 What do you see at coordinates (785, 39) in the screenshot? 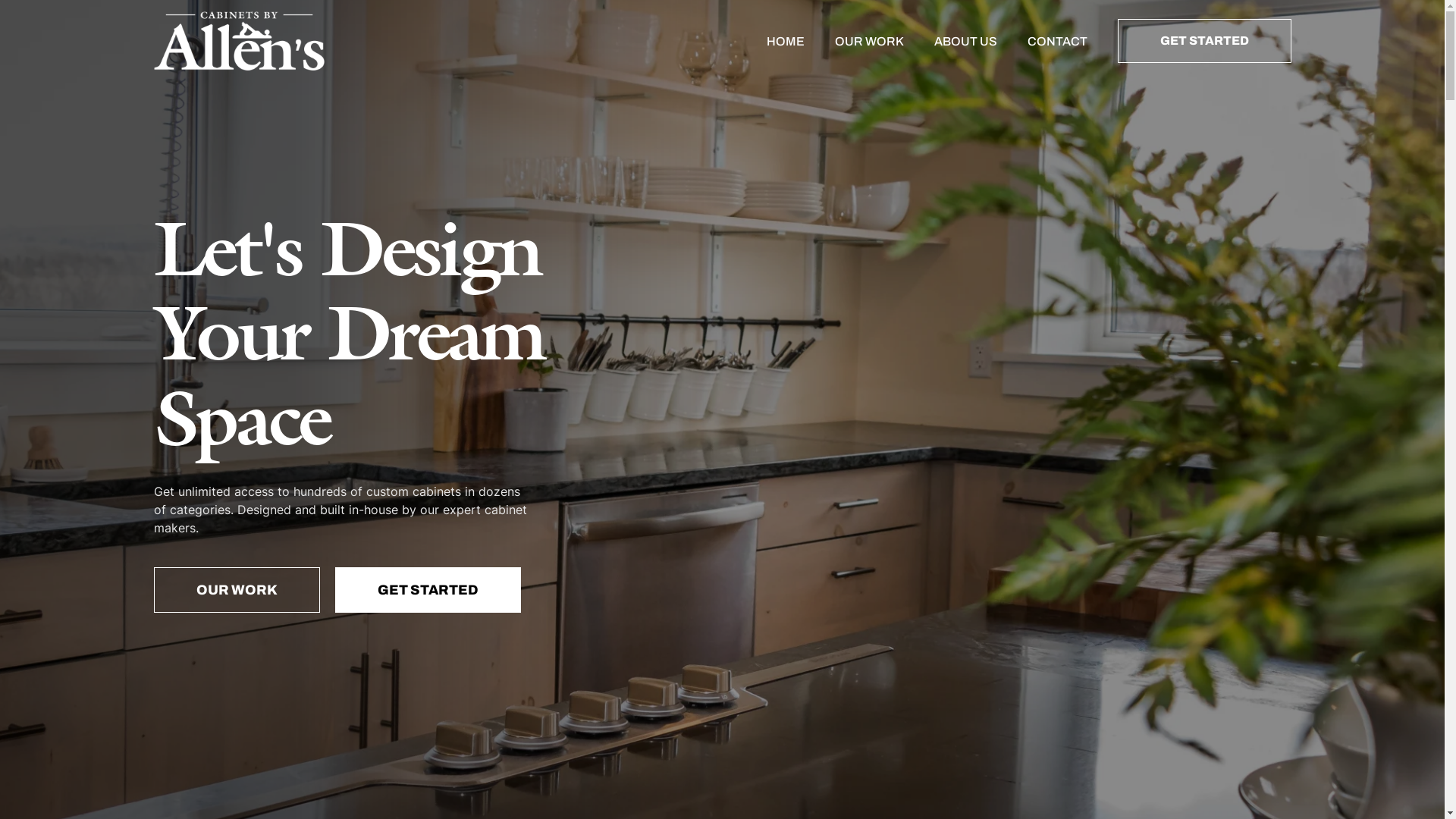
I see `'HOME'` at bounding box center [785, 39].